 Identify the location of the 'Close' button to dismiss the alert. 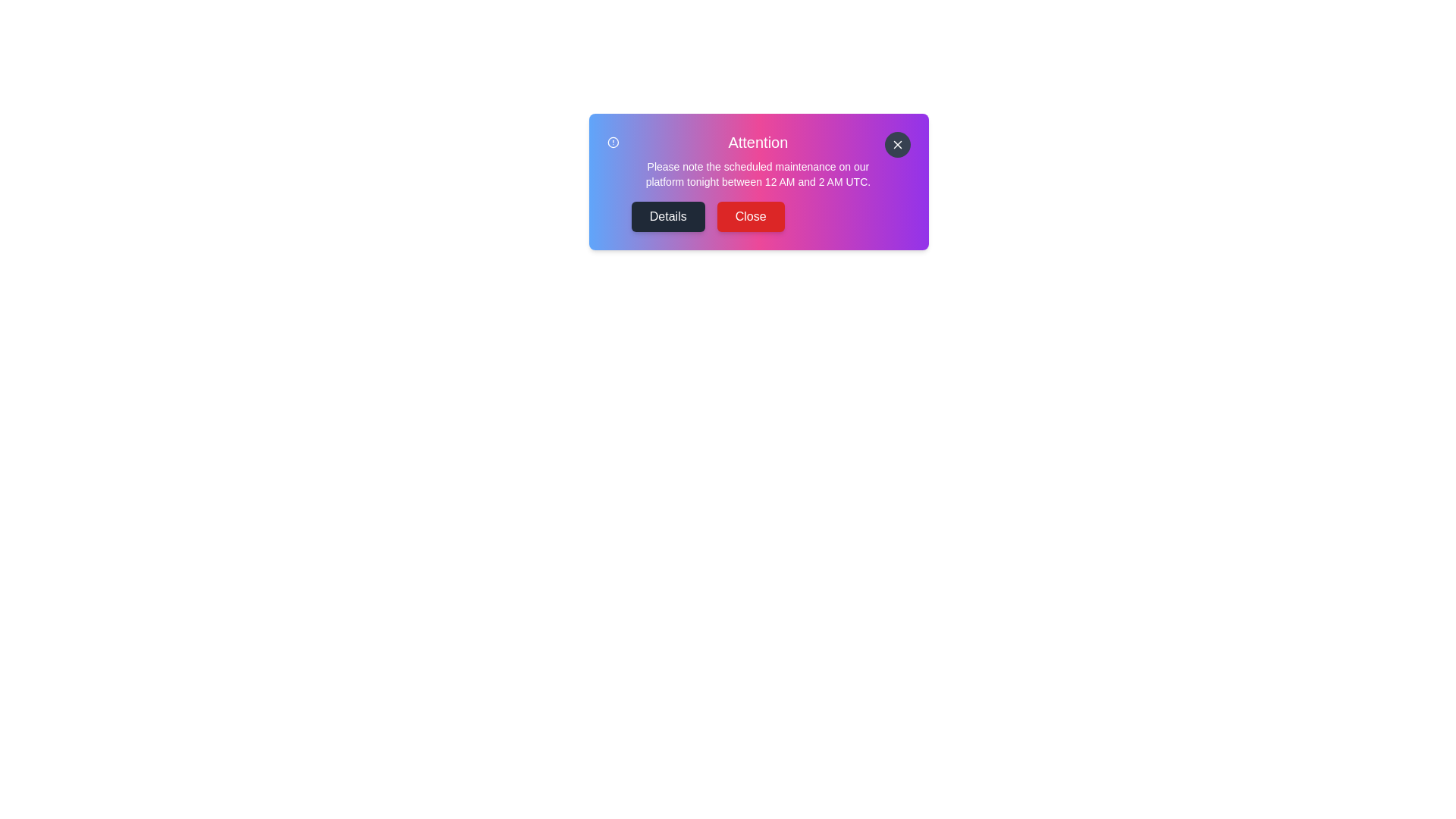
(750, 216).